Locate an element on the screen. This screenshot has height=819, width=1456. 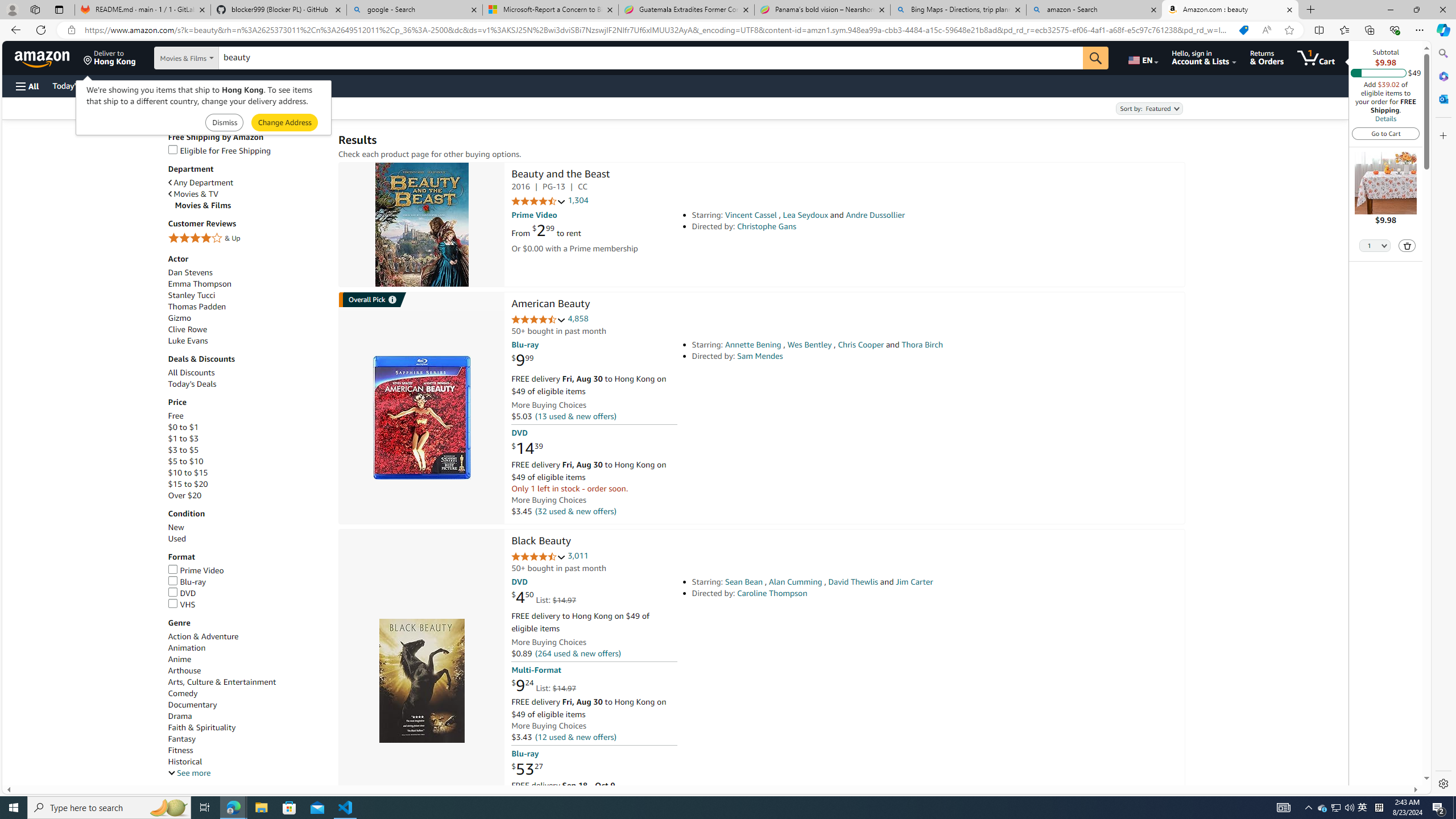
'Hello, sign in Account & Lists' is located at coordinates (1203, 57).